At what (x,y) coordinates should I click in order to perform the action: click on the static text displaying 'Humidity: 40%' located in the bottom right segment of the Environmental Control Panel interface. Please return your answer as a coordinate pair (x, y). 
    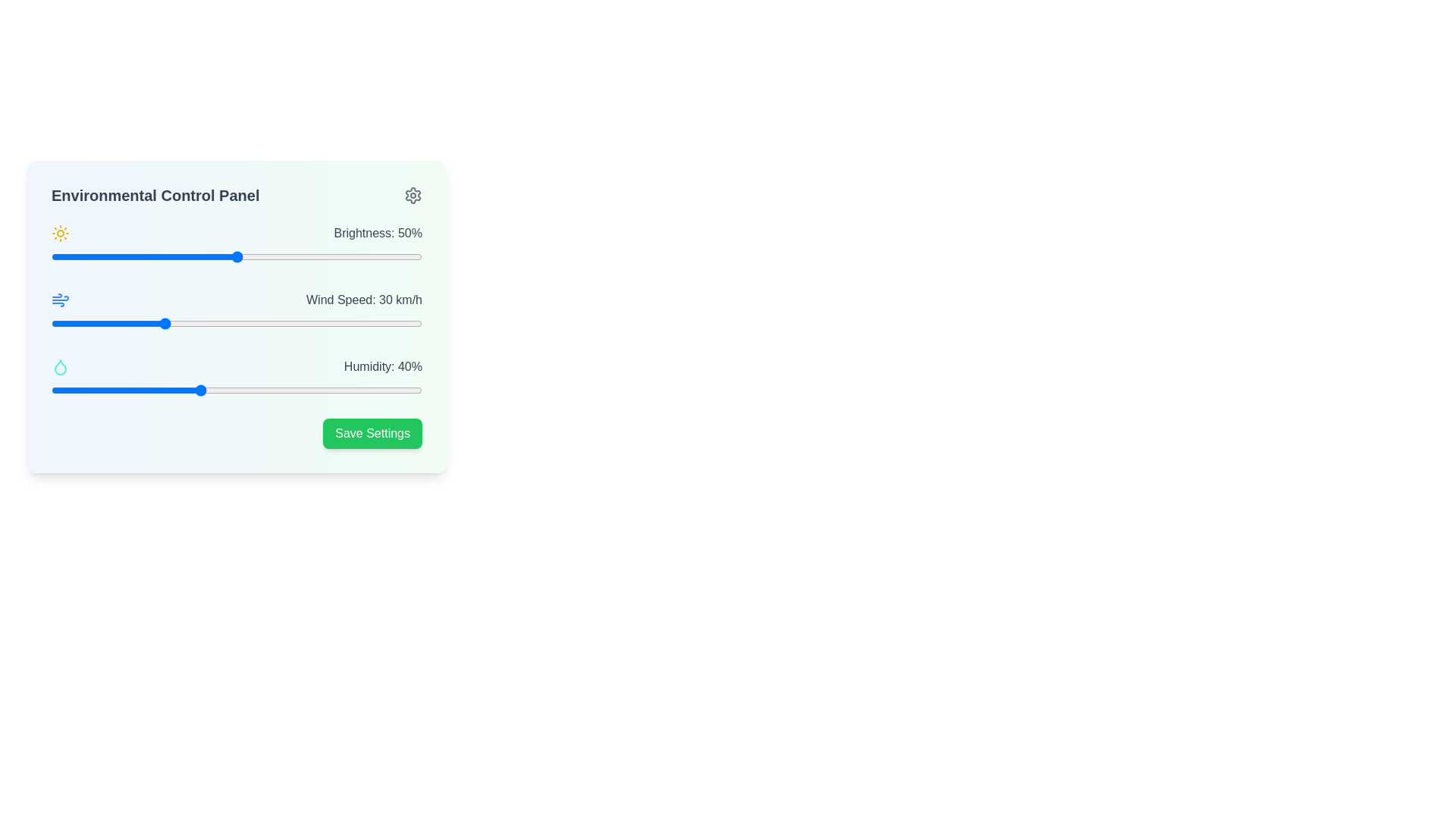
    Looking at the image, I should click on (383, 366).